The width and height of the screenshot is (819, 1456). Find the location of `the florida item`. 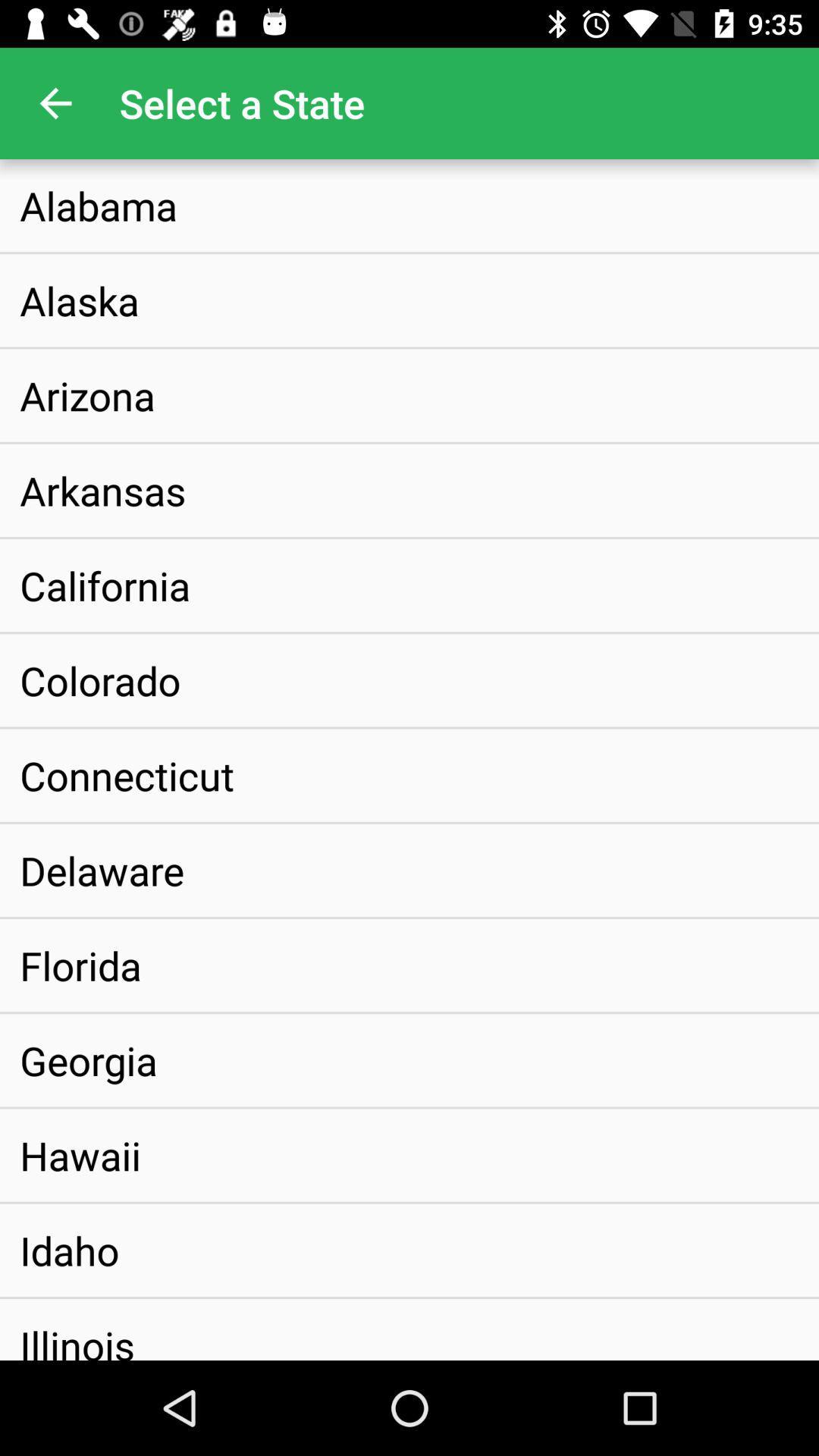

the florida item is located at coordinates (80, 965).